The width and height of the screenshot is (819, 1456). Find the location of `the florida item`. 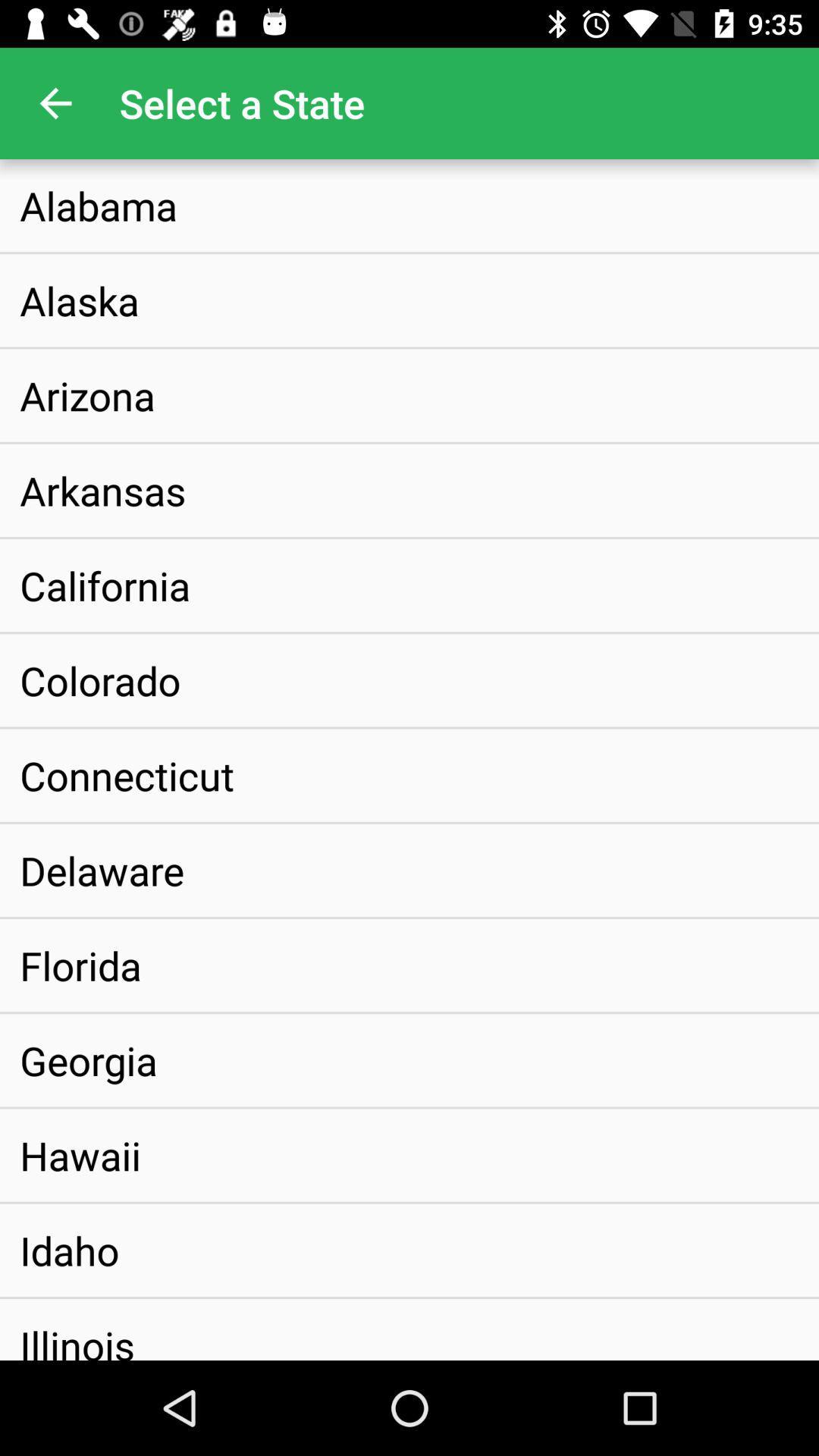

the florida item is located at coordinates (80, 965).